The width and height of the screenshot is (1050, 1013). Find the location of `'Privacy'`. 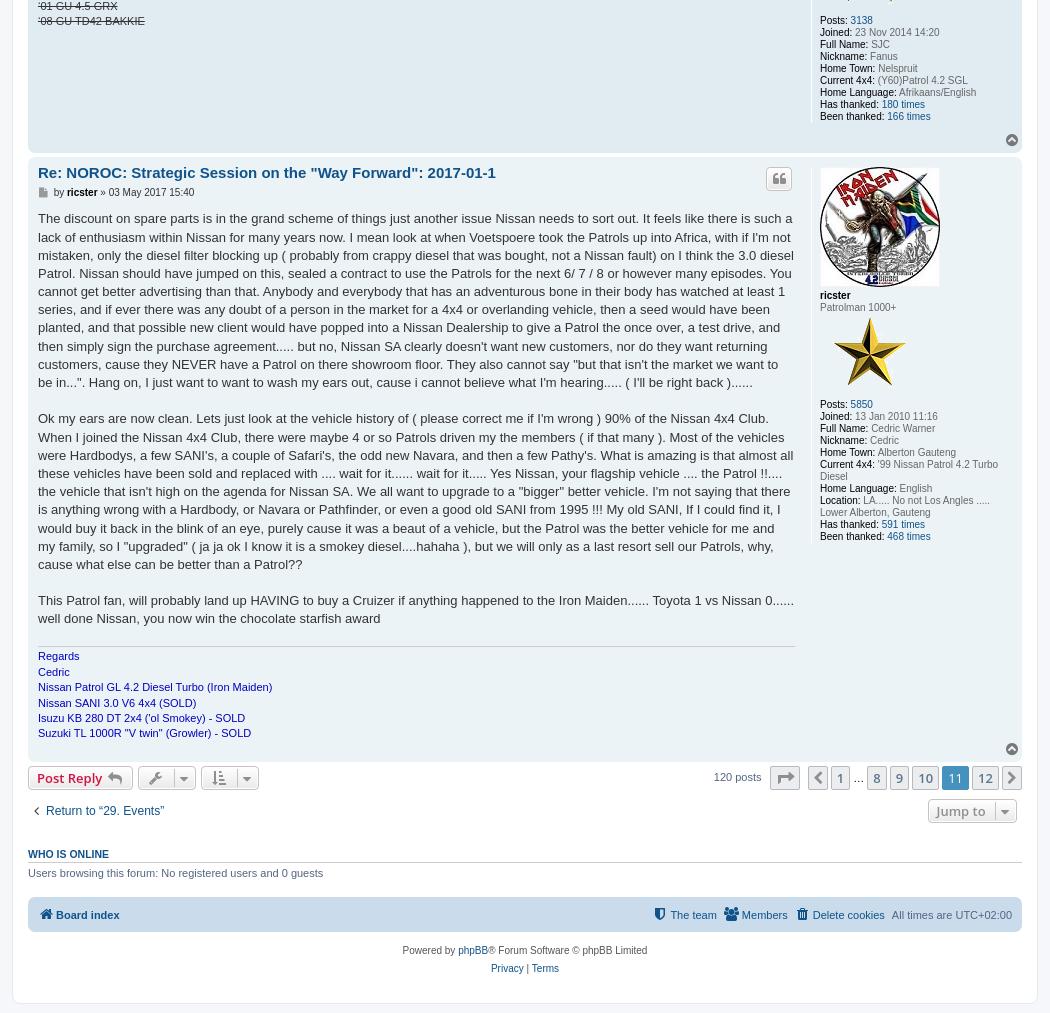

'Privacy' is located at coordinates (505, 968).